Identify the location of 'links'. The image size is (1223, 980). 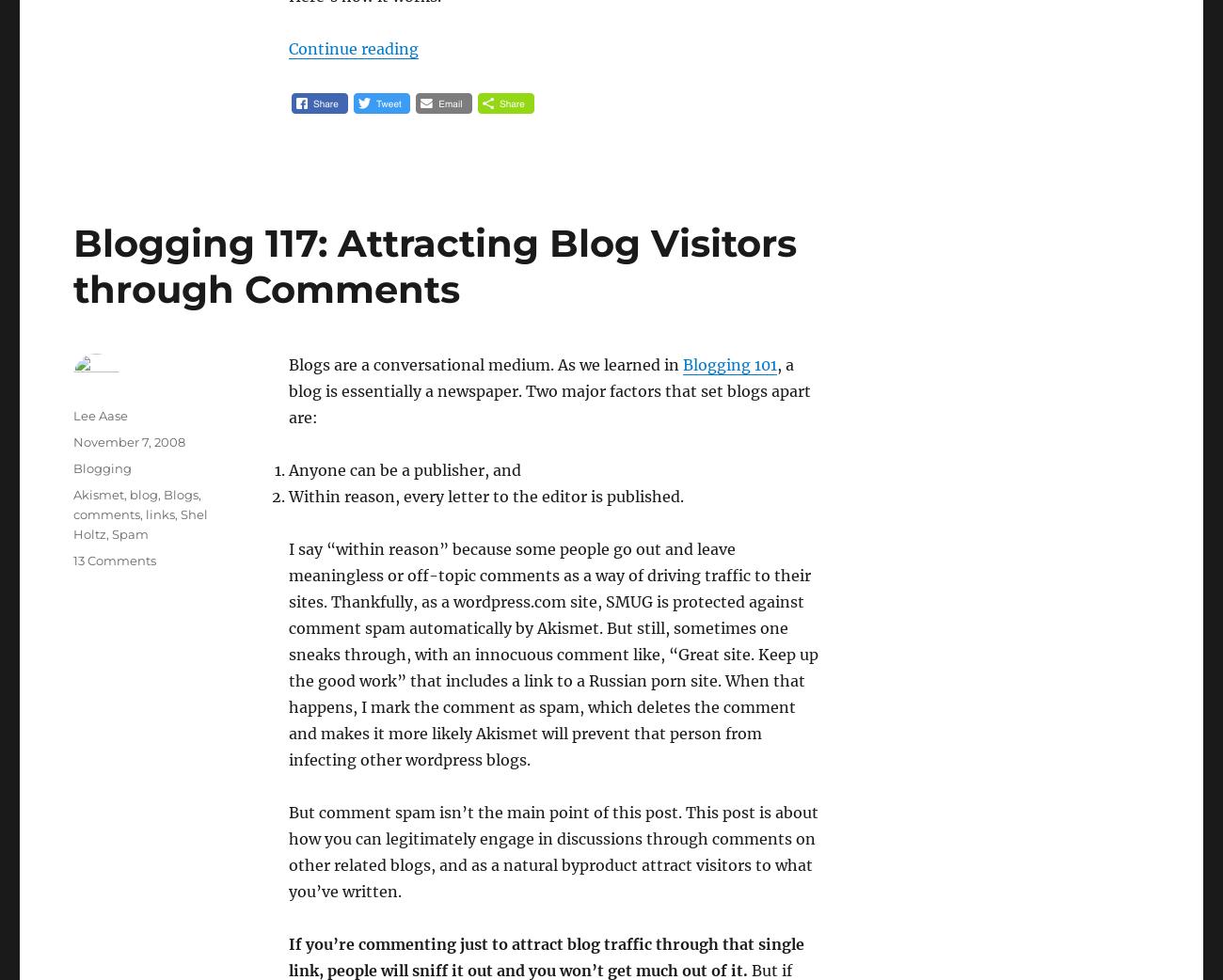
(160, 514).